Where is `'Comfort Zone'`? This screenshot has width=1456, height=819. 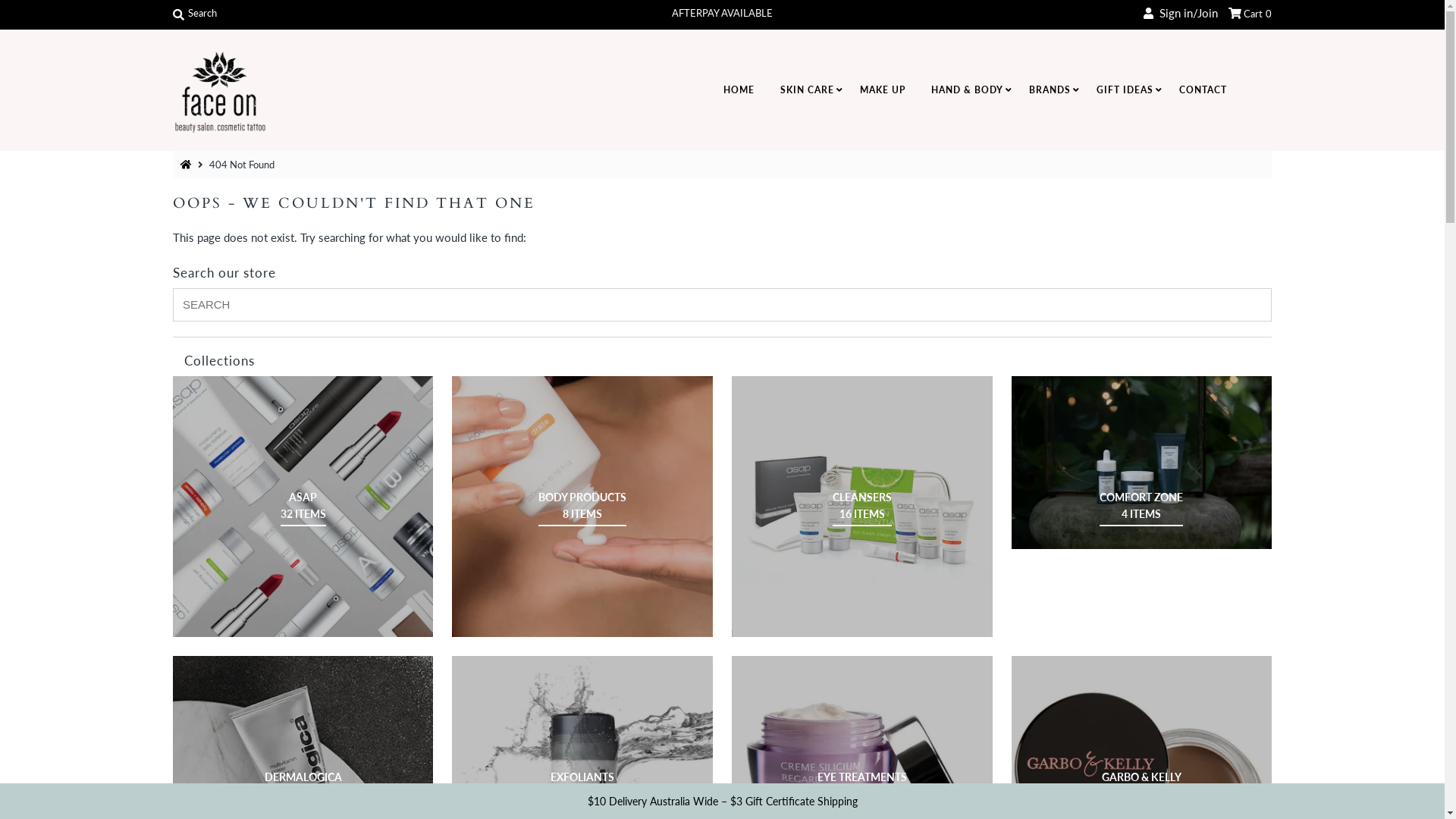
'Comfort Zone' is located at coordinates (1012, 461).